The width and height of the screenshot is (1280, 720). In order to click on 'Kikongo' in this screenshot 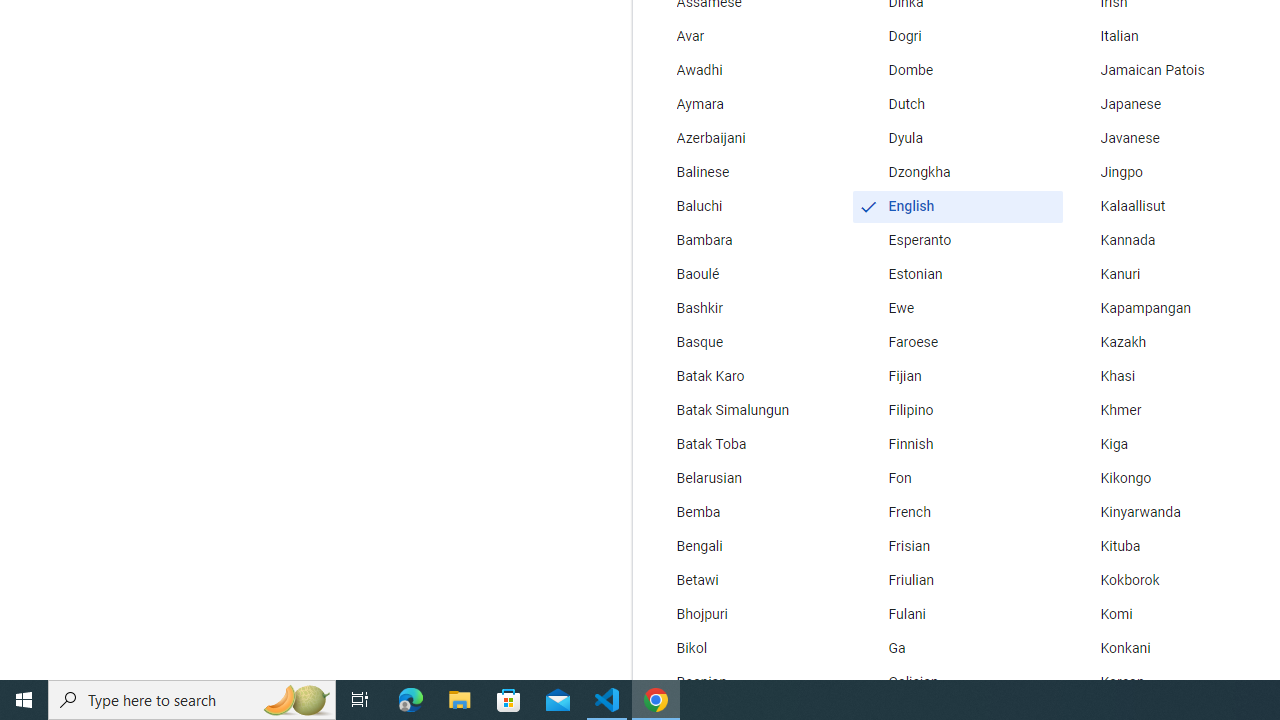, I will do `click(1169, 479)`.